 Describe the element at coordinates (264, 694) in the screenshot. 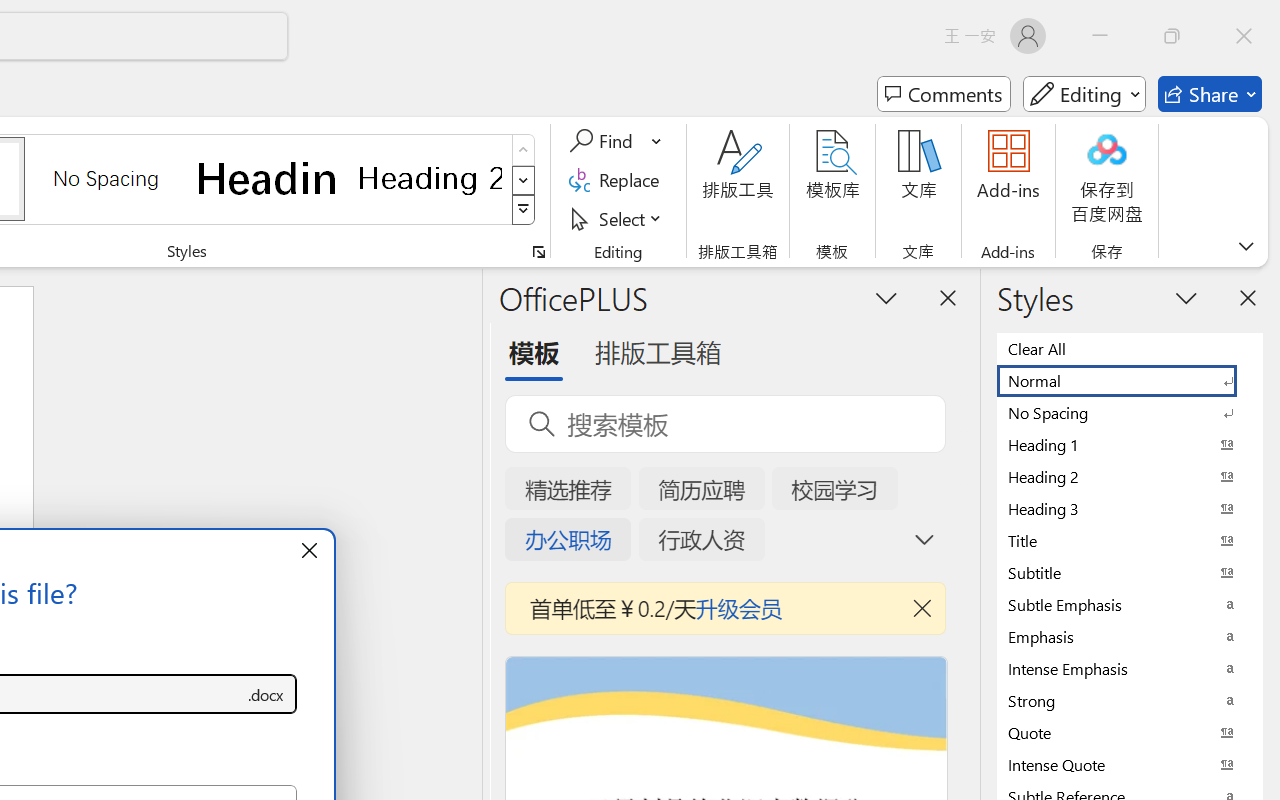

I see `'Save as type'` at that location.